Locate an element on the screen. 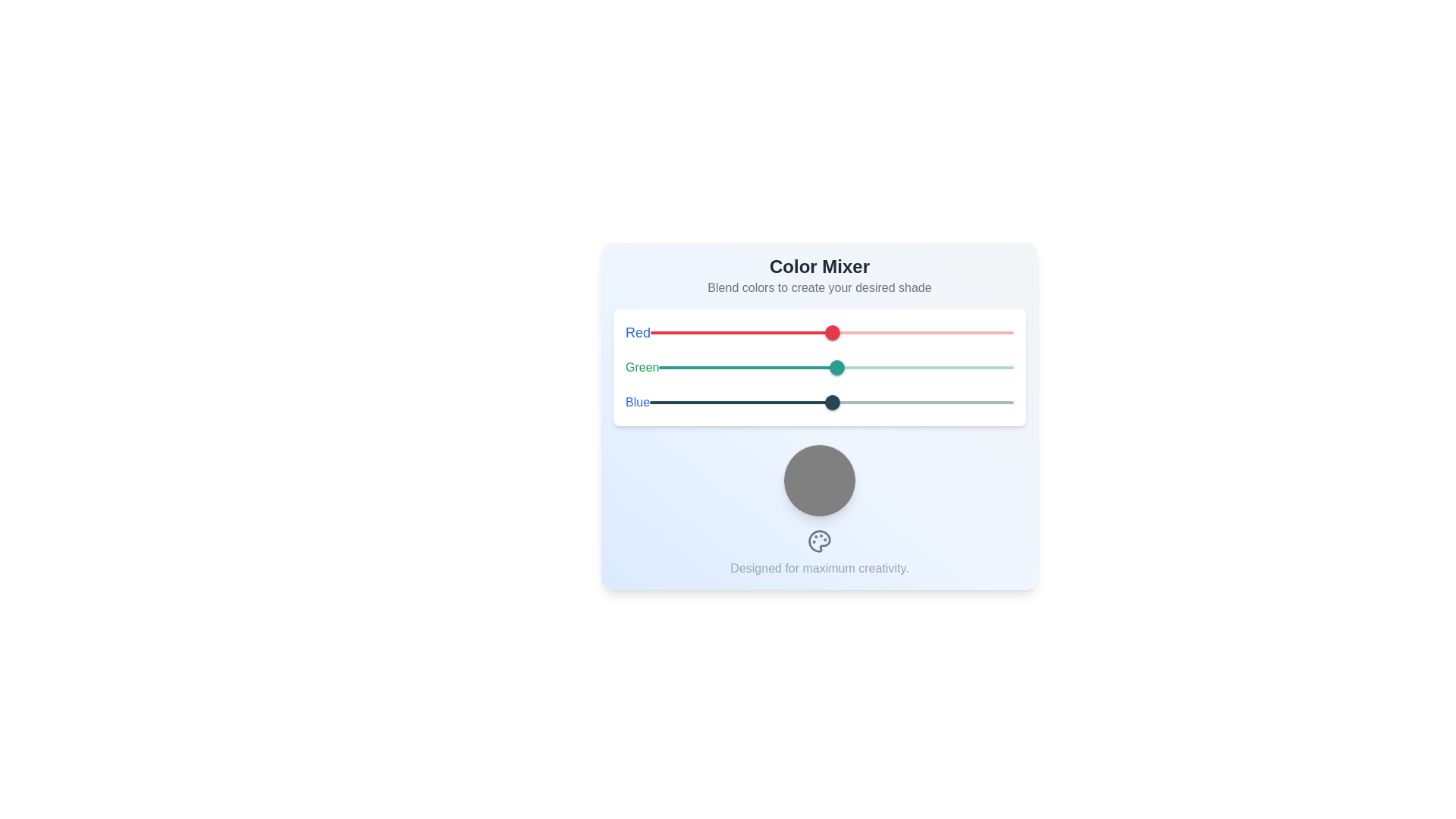 The width and height of the screenshot is (1456, 819). the Blue channel is located at coordinates (770, 402).